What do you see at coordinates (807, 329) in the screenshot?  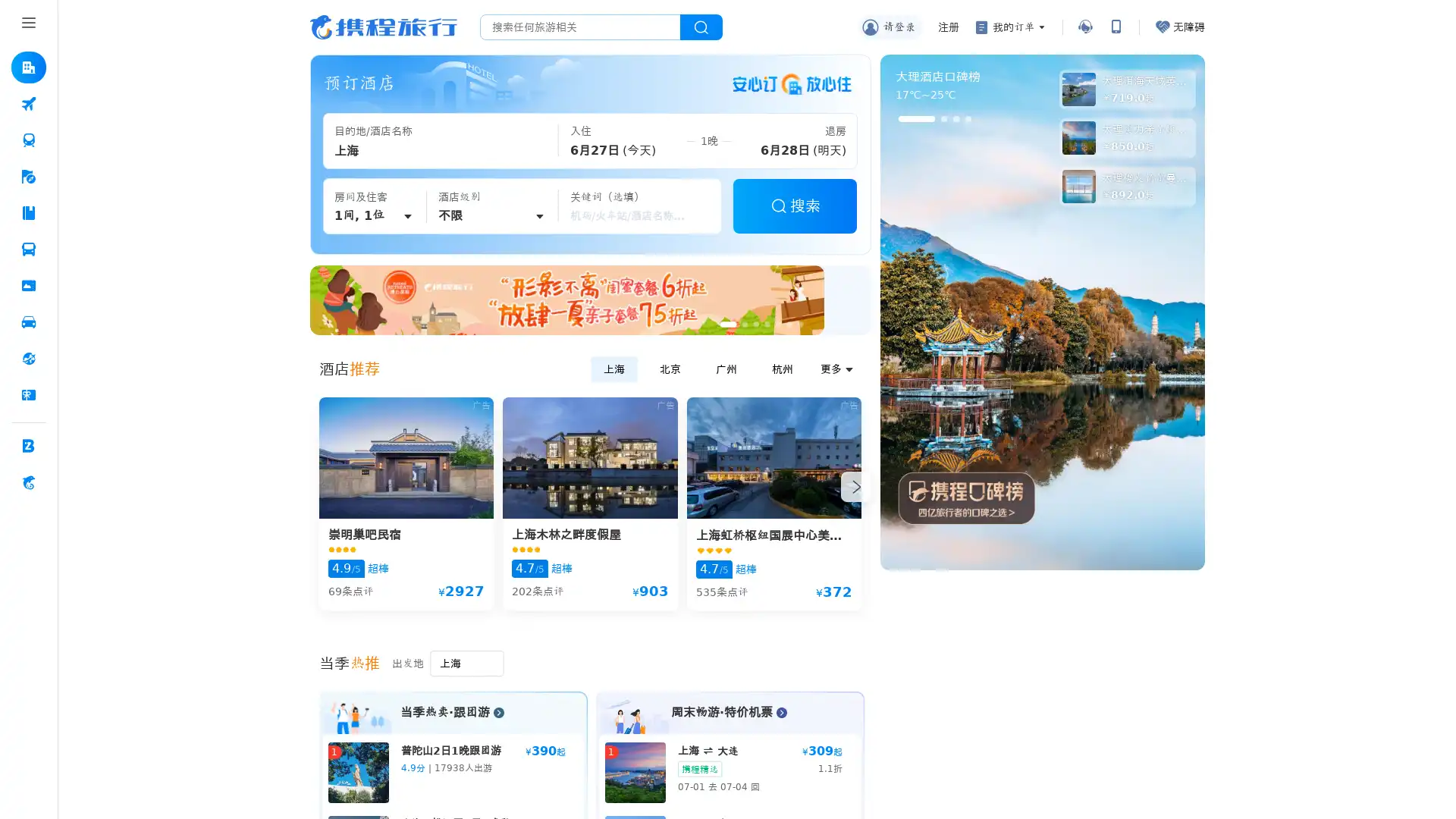 I see `Go to slide 4` at bounding box center [807, 329].